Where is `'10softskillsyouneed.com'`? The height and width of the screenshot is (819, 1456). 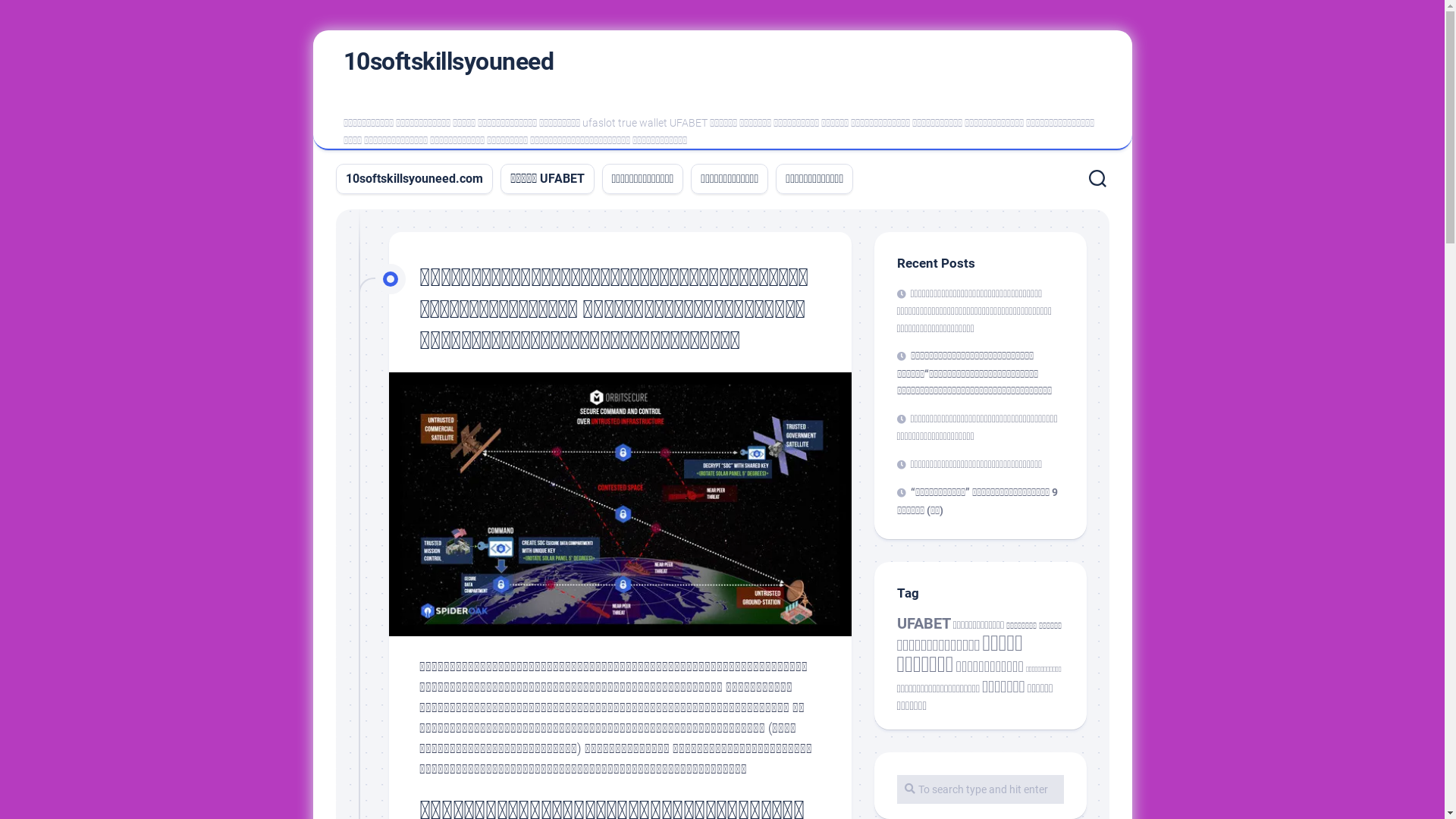
'10softskillsyouneed.com' is located at coordinates (414, 177).